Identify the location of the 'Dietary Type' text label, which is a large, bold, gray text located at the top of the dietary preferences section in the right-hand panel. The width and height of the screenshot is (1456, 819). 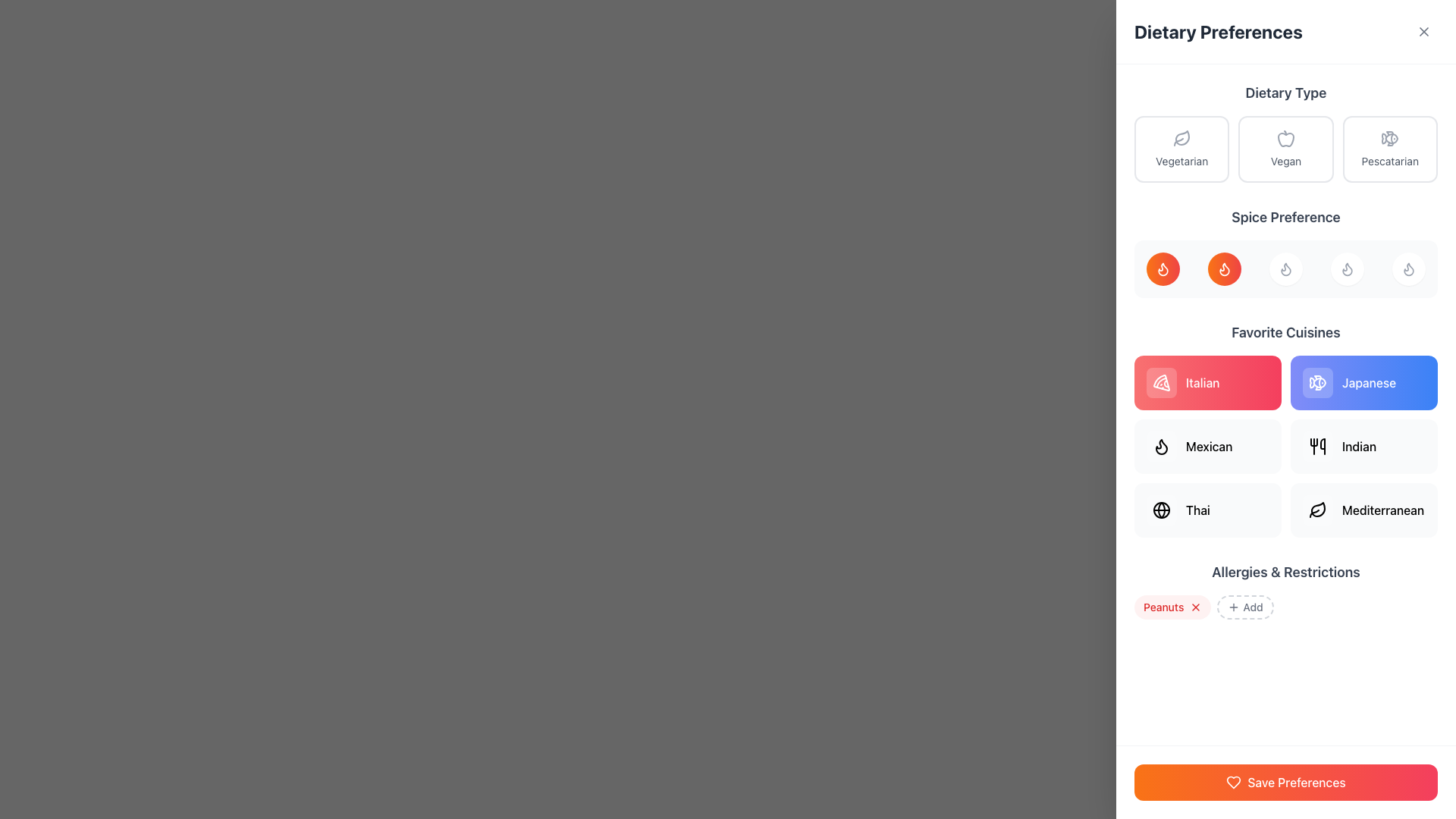
(1285, 93).